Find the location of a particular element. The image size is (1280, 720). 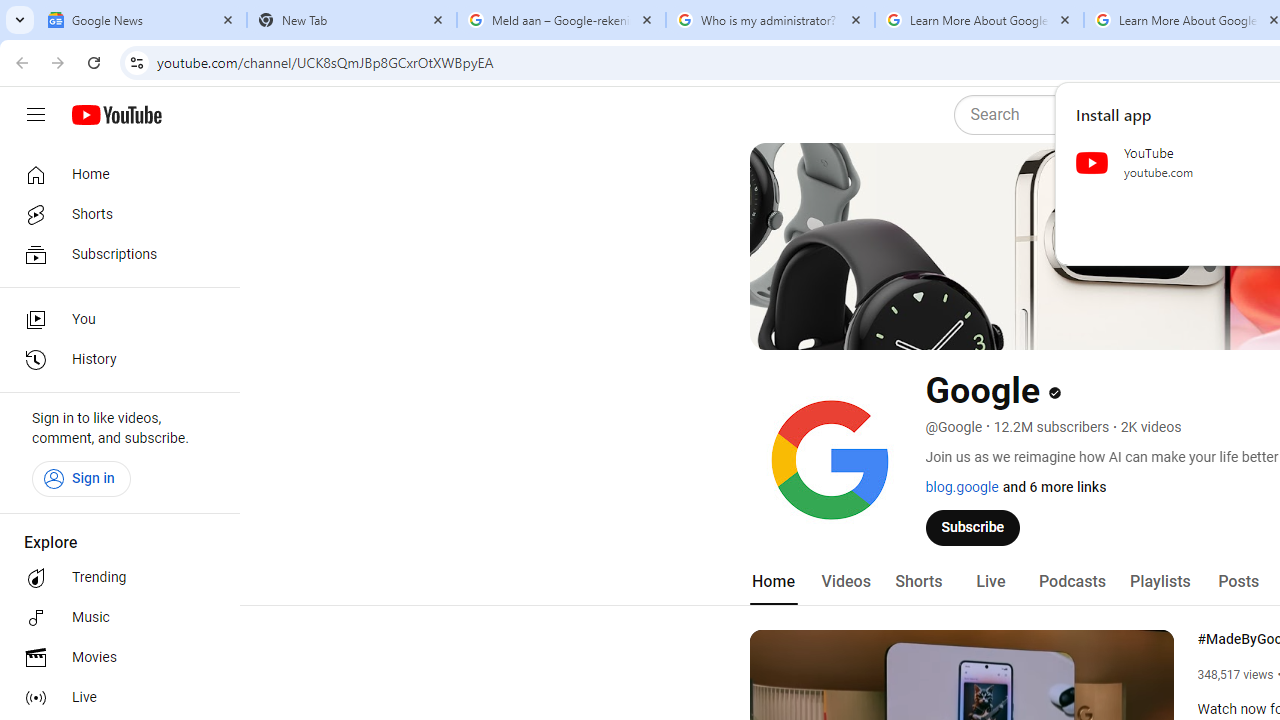

'Live' is located at coordinates (990, 581).